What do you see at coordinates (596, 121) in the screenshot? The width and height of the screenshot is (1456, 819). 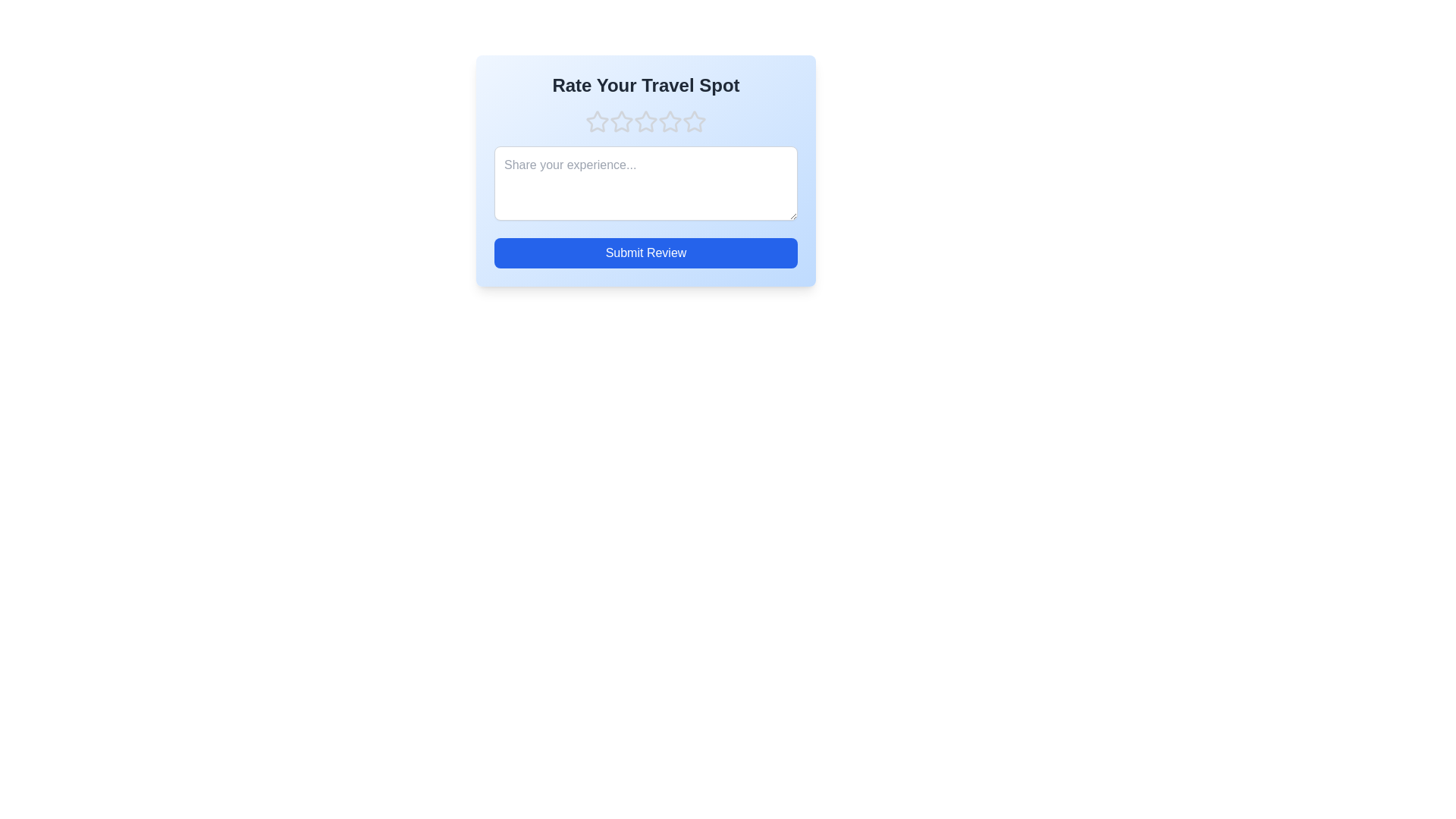 I see `the travel spot rating to 1 stars by clicking on the corresponding star` at bounding box center [596, 121].